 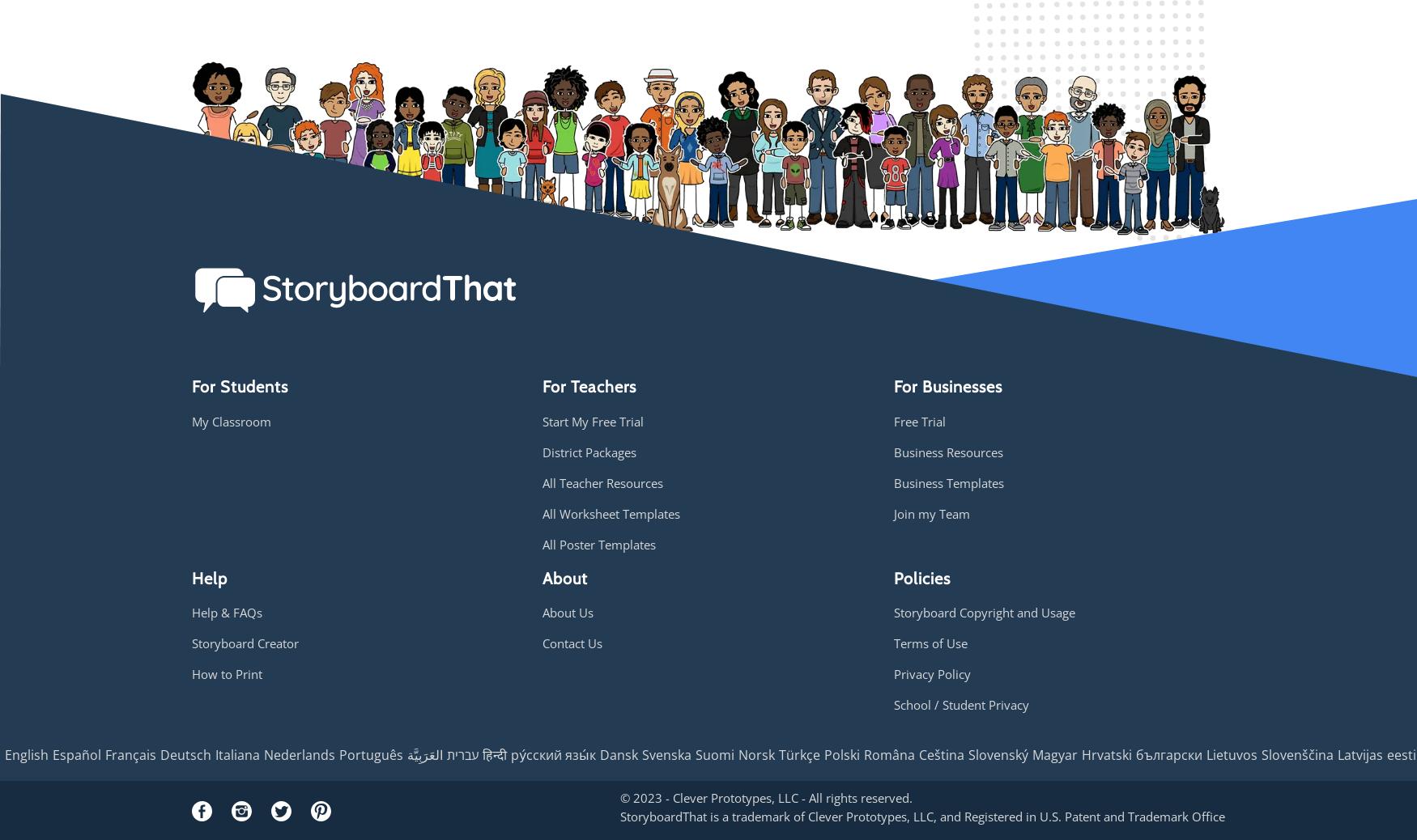 What do you see at coordinates (947, 482) in the screenshot?
I see `'Business Templates'` at bounding box center [947, 482].